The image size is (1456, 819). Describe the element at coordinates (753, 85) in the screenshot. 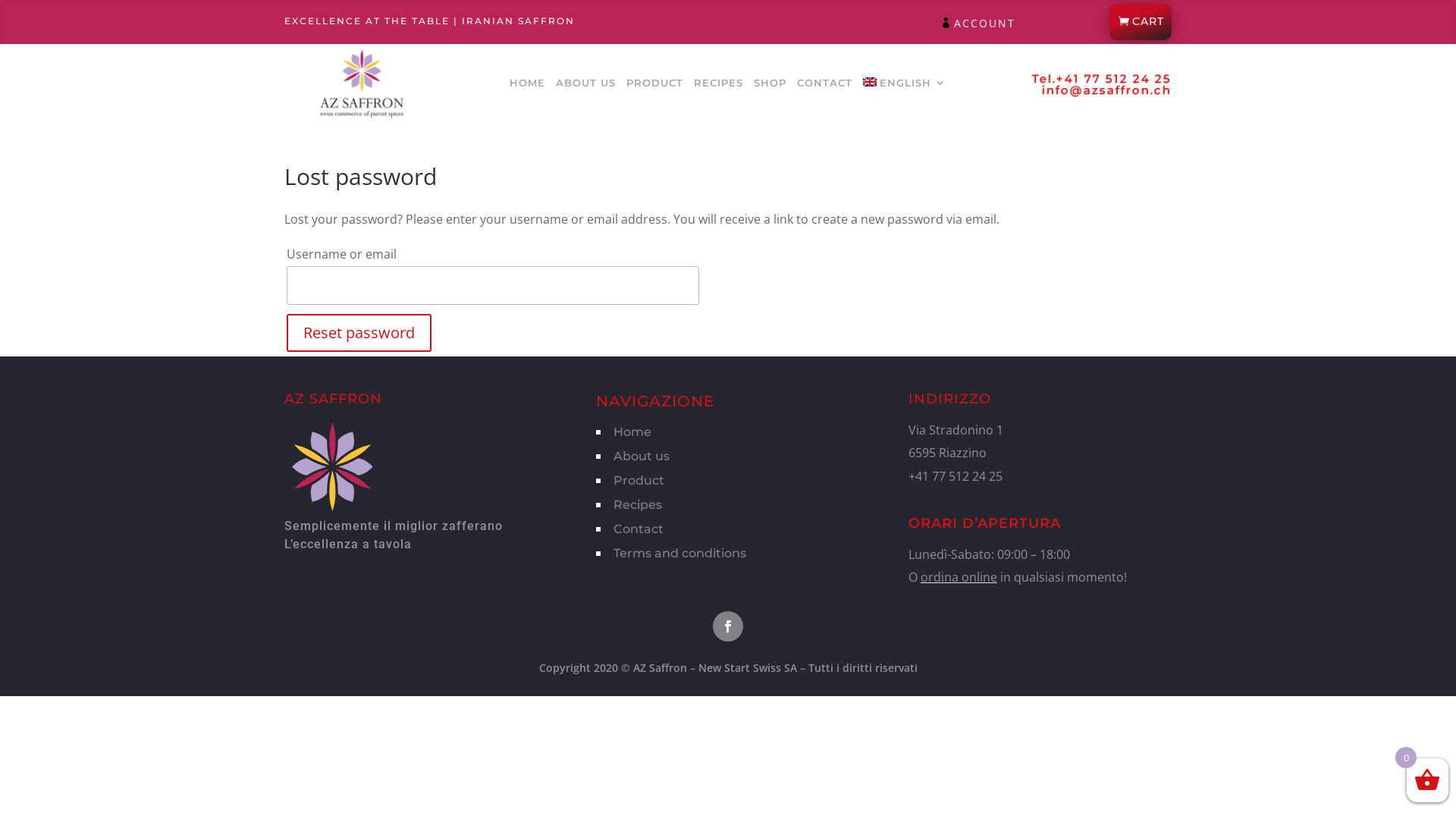

I see `'SHOP'` at that location.